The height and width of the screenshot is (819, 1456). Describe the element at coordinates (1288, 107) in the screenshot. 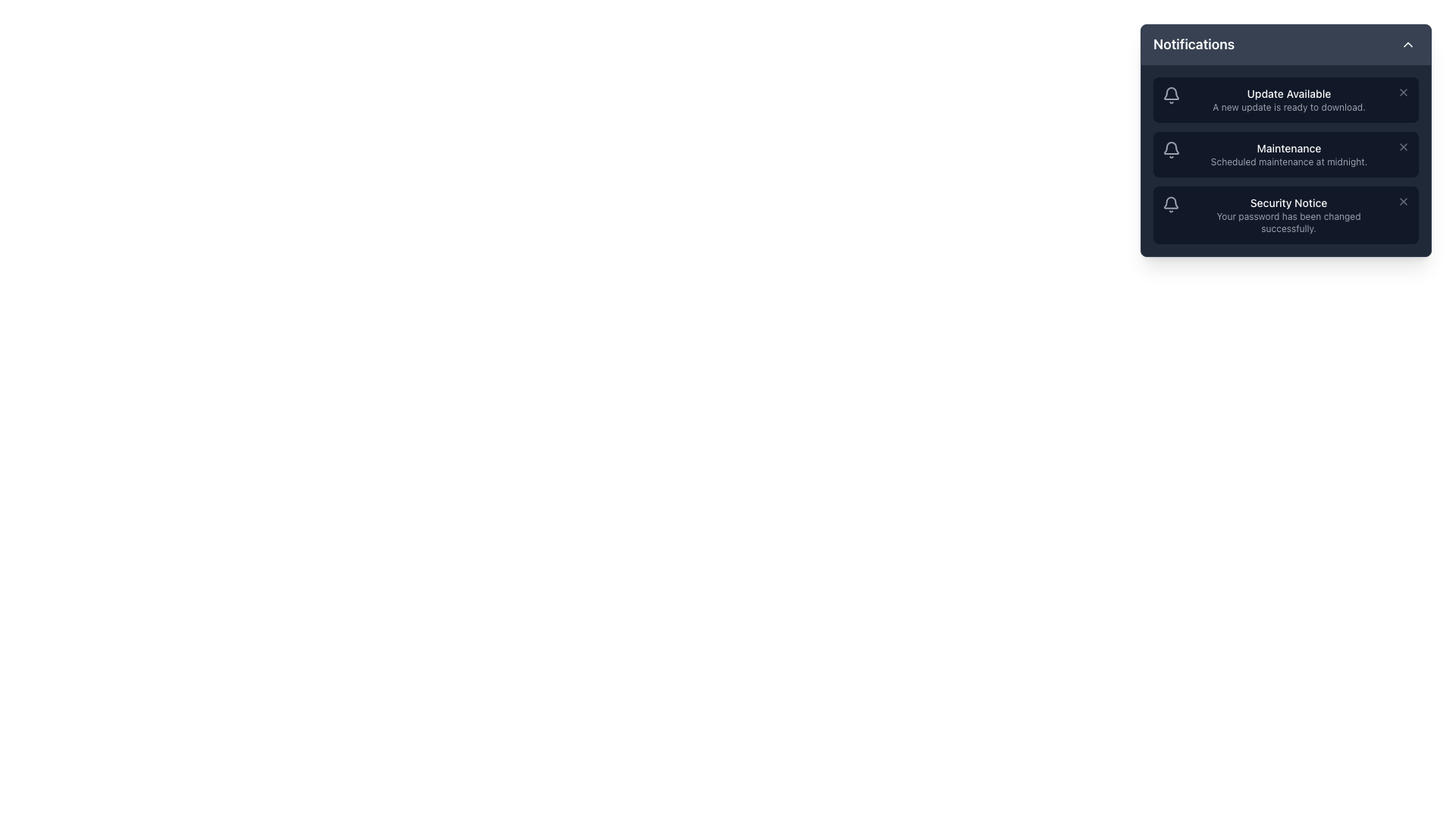

I see `the text label that provides supplementary information about the notification indicating a new update is ready to be downloaded, positioned below 'Update Available' in the notification panel` at that location.